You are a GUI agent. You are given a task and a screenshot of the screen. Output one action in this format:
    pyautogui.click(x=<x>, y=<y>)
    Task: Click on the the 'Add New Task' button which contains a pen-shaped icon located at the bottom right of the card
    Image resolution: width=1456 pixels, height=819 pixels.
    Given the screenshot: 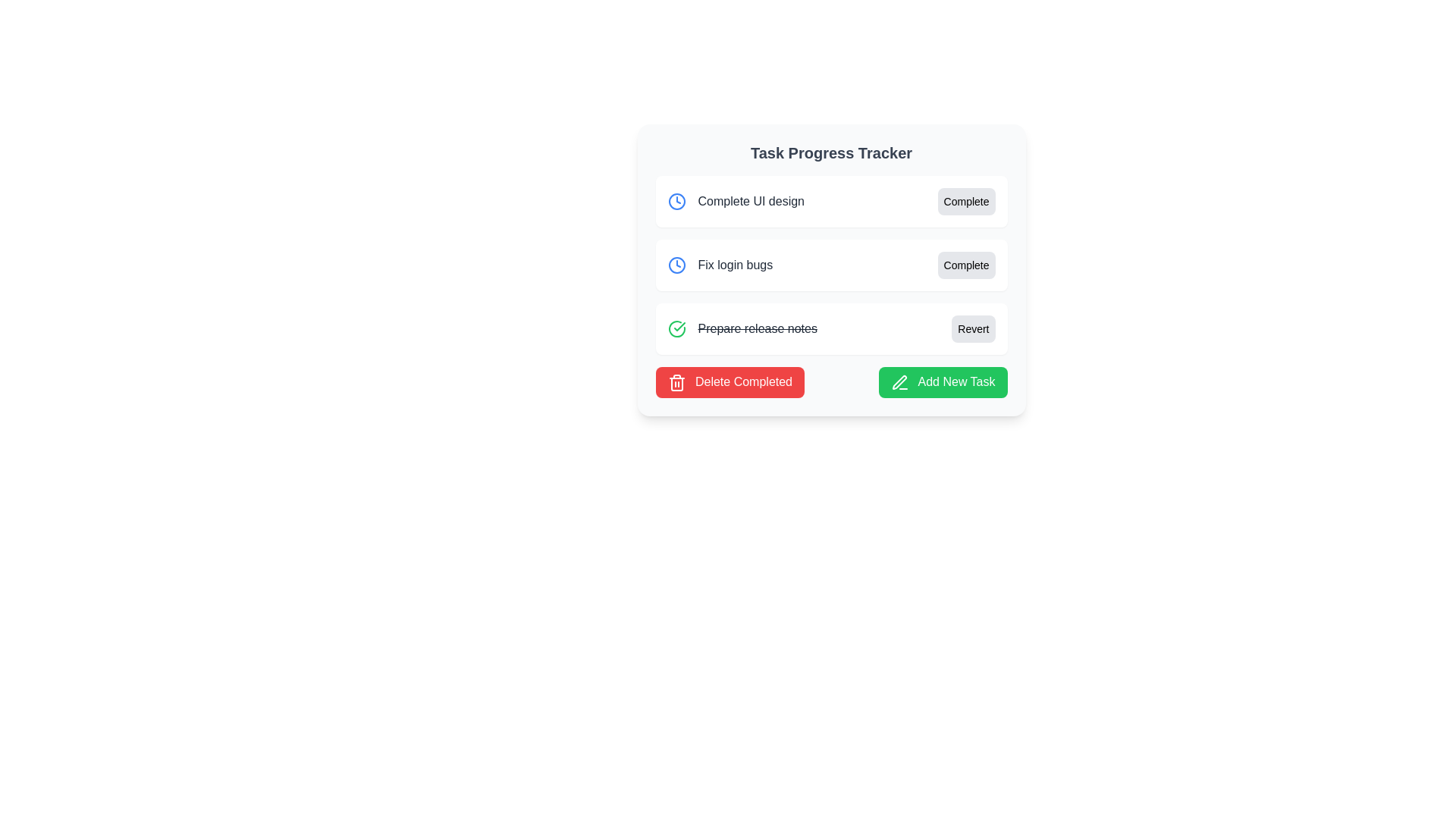 What is the action you would take?
    pyautogui.click(x=899, y=381)
    